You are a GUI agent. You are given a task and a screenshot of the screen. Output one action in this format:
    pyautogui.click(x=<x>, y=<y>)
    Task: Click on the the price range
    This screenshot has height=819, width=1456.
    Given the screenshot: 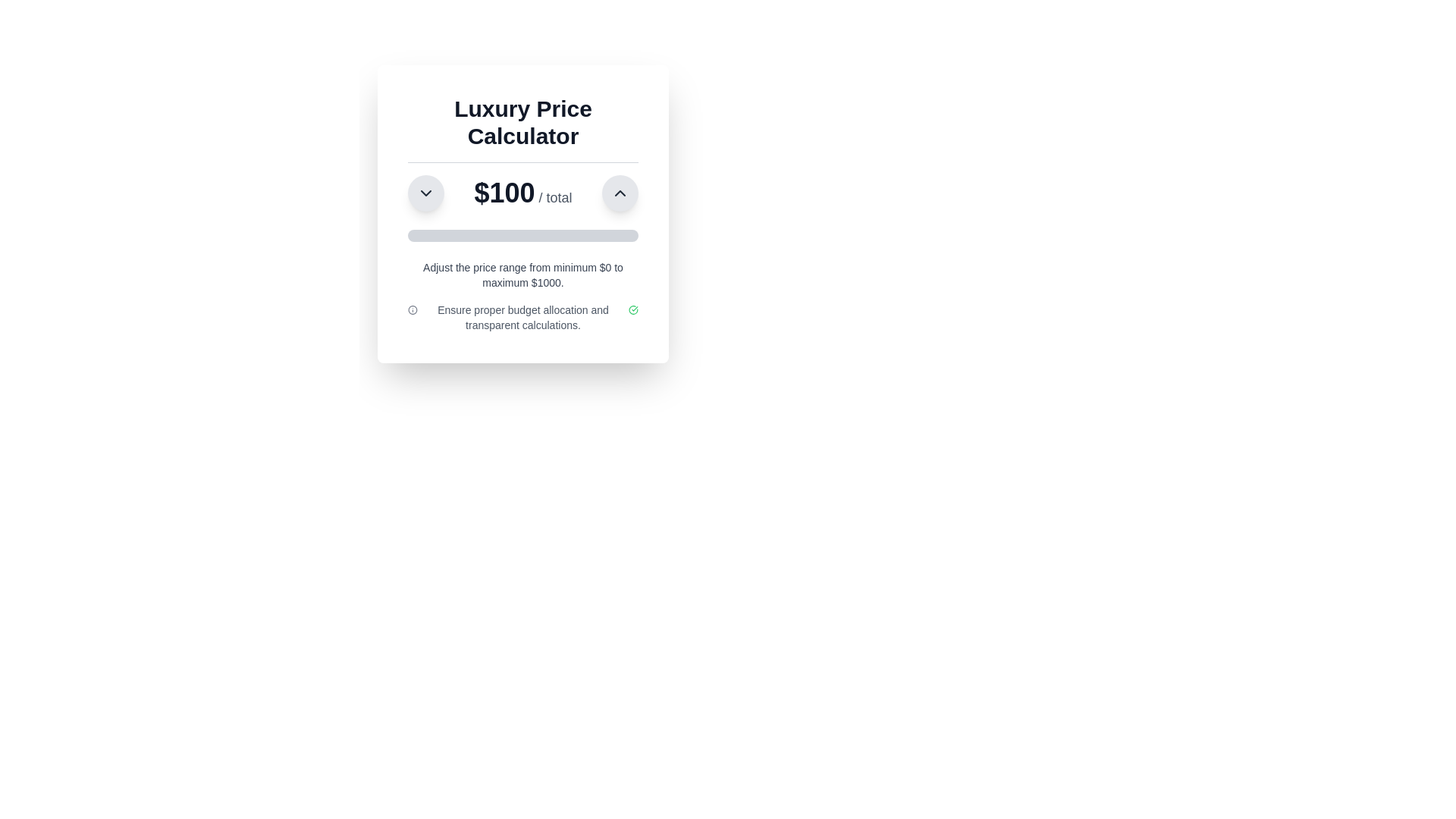 What is the action you would take?
    pyautogui.click(x=424, y=236)
    